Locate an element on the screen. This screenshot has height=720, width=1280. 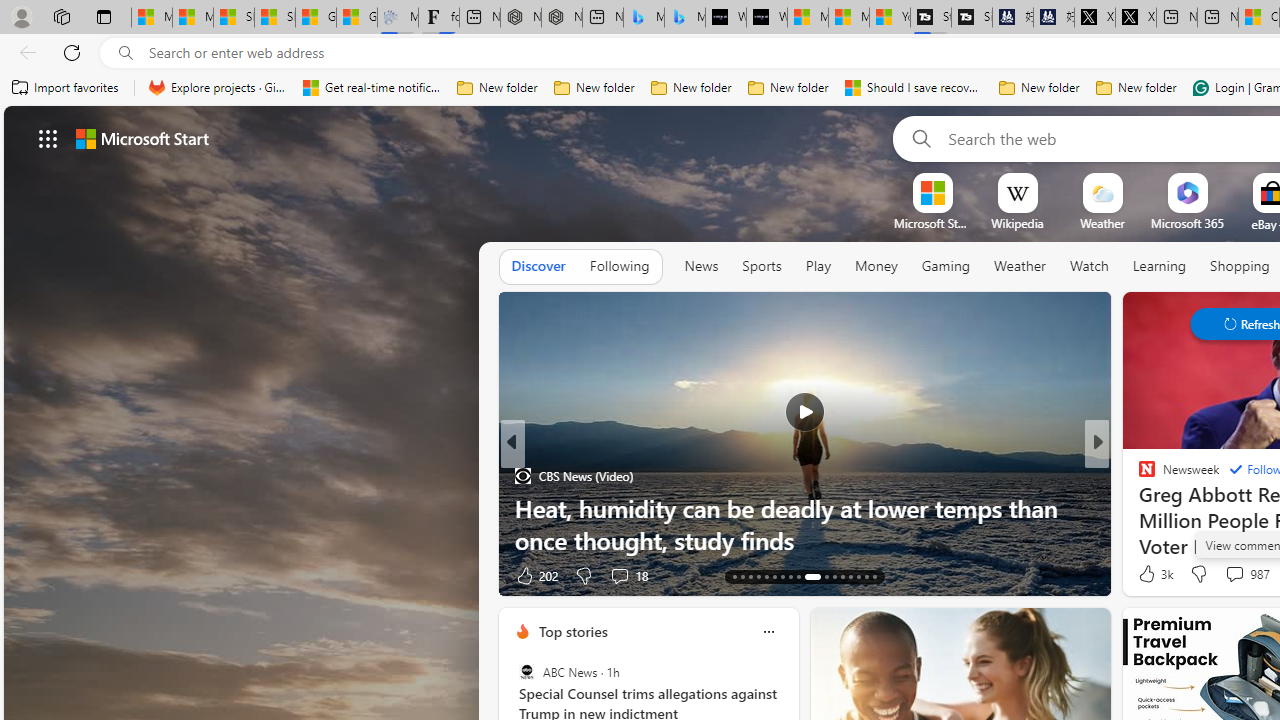
'View comments 17 Comment' is located at coordinates (1243, 575).